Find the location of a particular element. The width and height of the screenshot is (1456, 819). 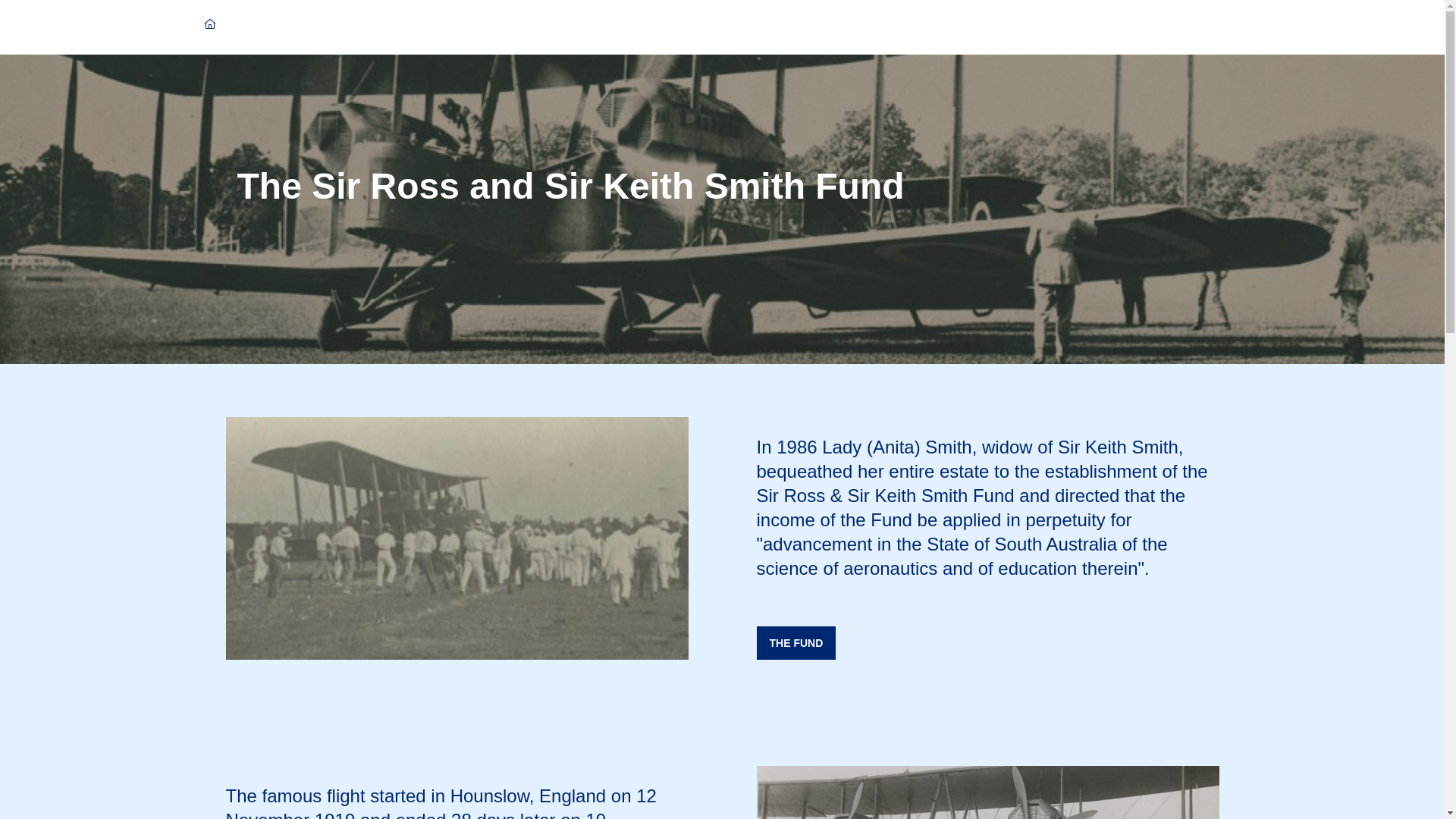

'THE FUND' is located at coordinates (795, 643).